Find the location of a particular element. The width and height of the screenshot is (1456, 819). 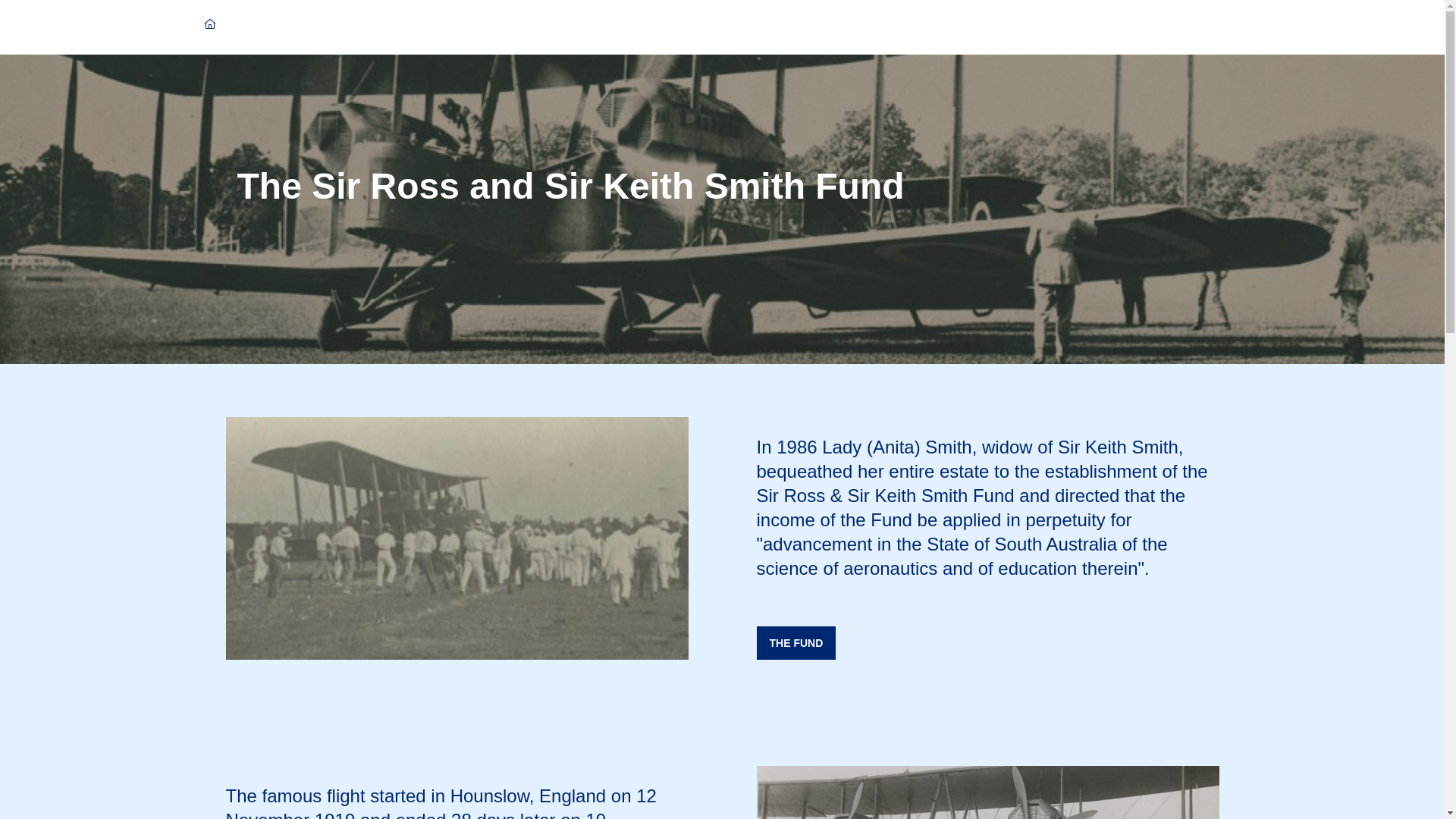

'THE FUND' is located at coordinates (795, 643).